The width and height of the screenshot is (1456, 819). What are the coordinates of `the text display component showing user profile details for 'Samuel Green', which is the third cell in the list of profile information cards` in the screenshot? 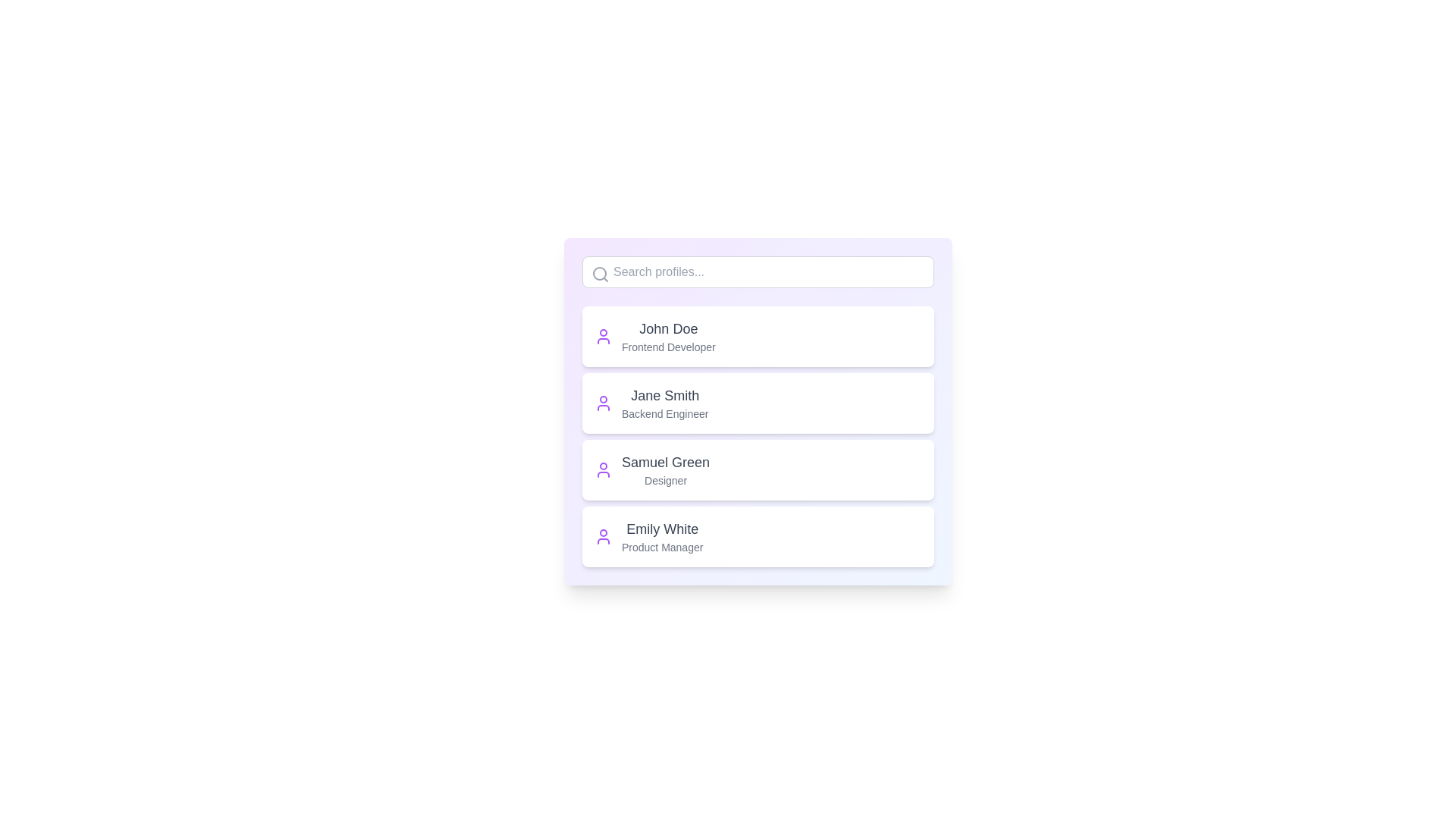 It's located at (666, 469).